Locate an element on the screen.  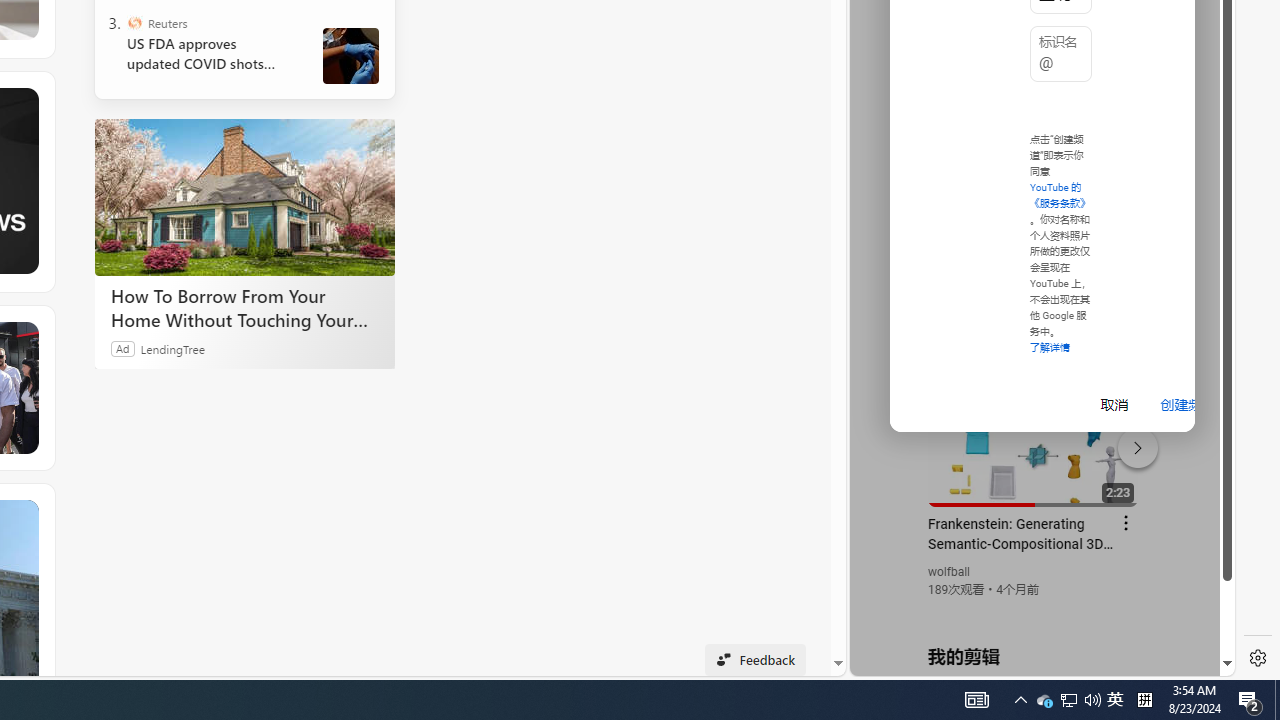
'How To Borrow From Your Home Without Touching Your Mortgage' is located at coordinates (244, 197).